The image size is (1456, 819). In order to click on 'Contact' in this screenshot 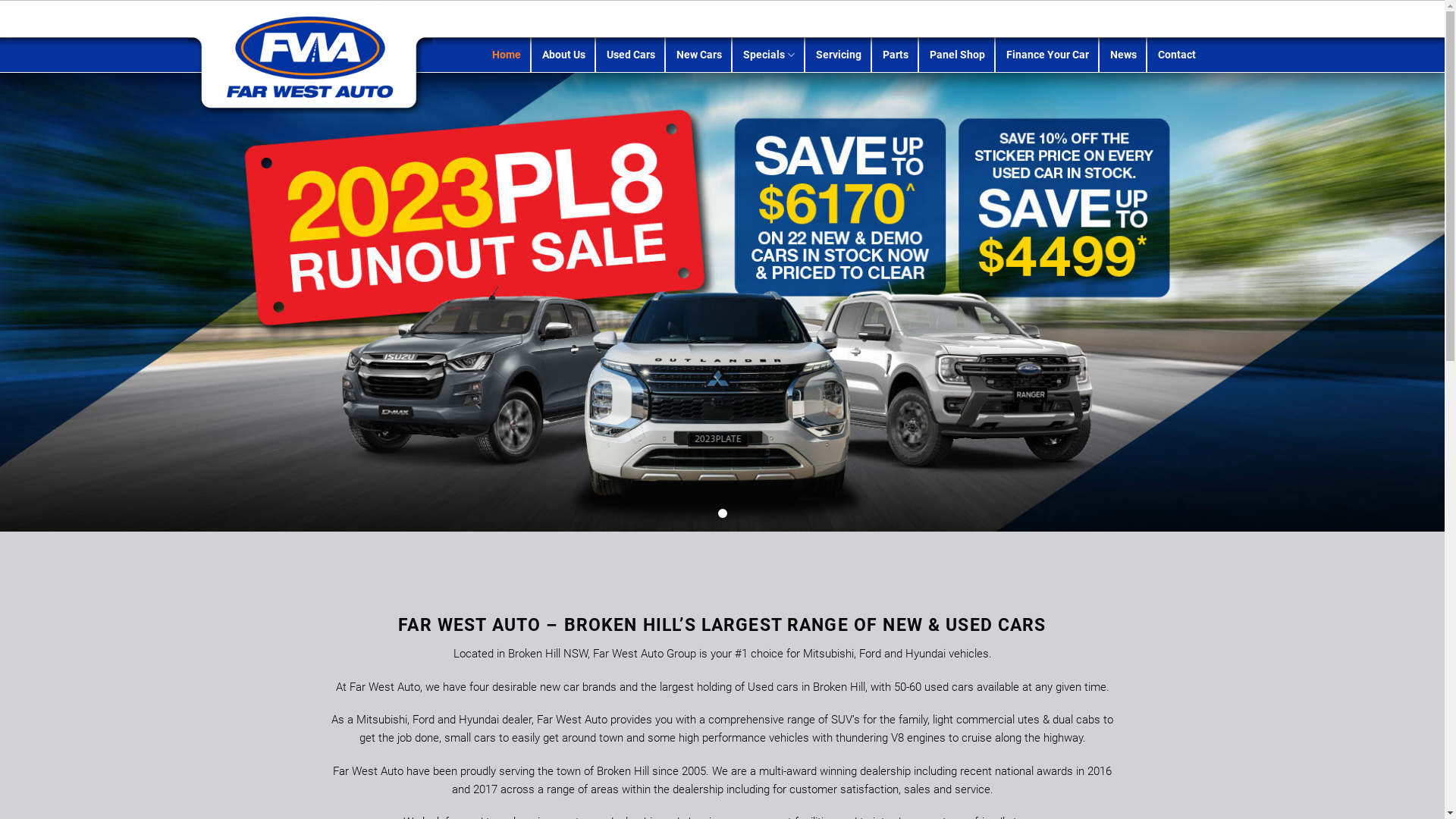, I will do `click(1175, 54)`.